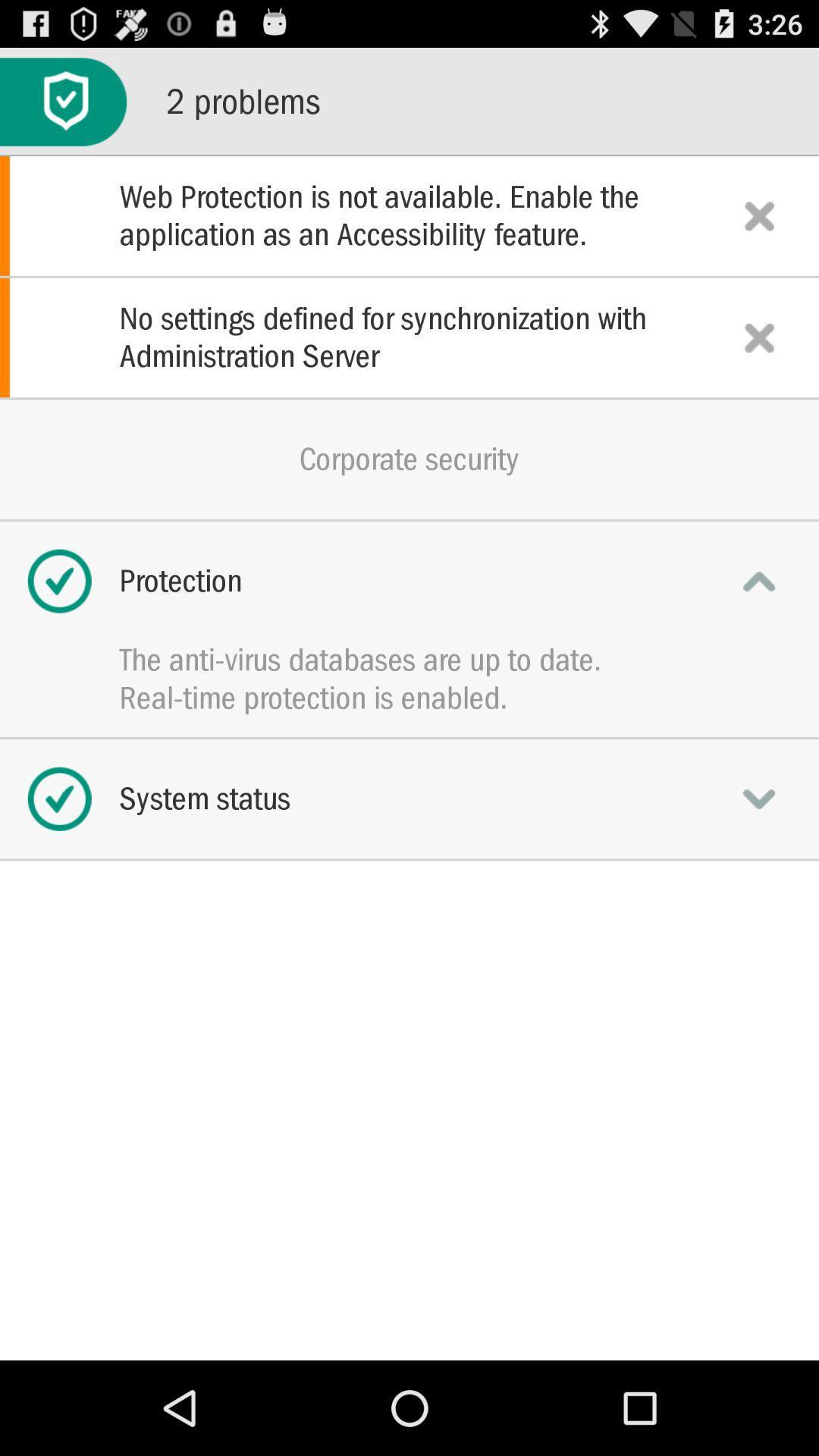 The height and width of the screenshot is (1456, 819). I want to click on system status switch, so click(759, 798).